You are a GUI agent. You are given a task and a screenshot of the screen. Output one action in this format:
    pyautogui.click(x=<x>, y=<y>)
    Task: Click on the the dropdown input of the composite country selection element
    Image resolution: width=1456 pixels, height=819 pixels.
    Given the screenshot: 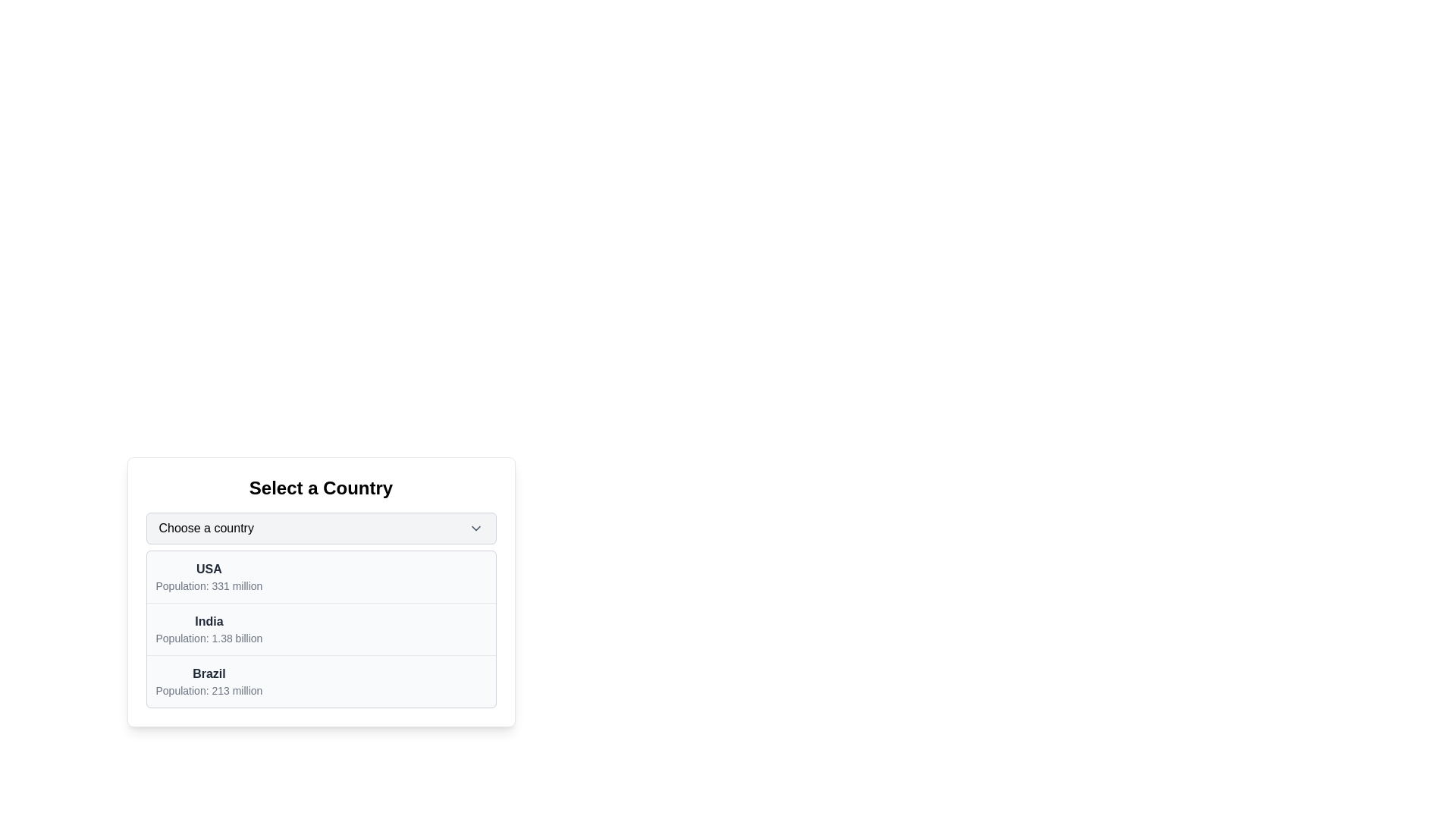 What is the action you would take?
    pyautogui.click(x=320, y=589)
    